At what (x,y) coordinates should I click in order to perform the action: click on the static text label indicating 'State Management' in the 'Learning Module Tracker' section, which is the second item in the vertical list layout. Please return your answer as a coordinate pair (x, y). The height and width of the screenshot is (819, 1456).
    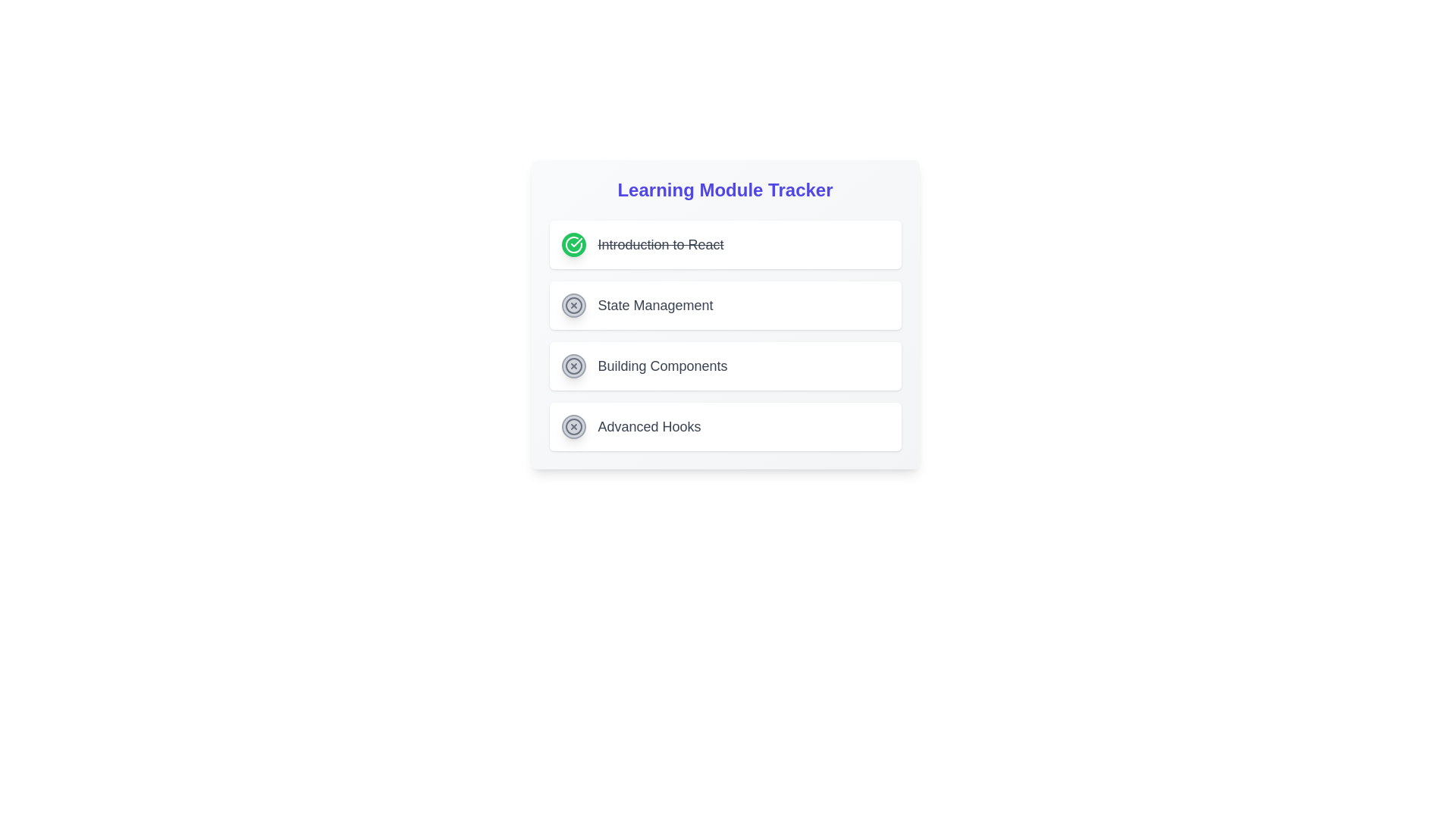
    Looking at the image, I should click on (655, 305).